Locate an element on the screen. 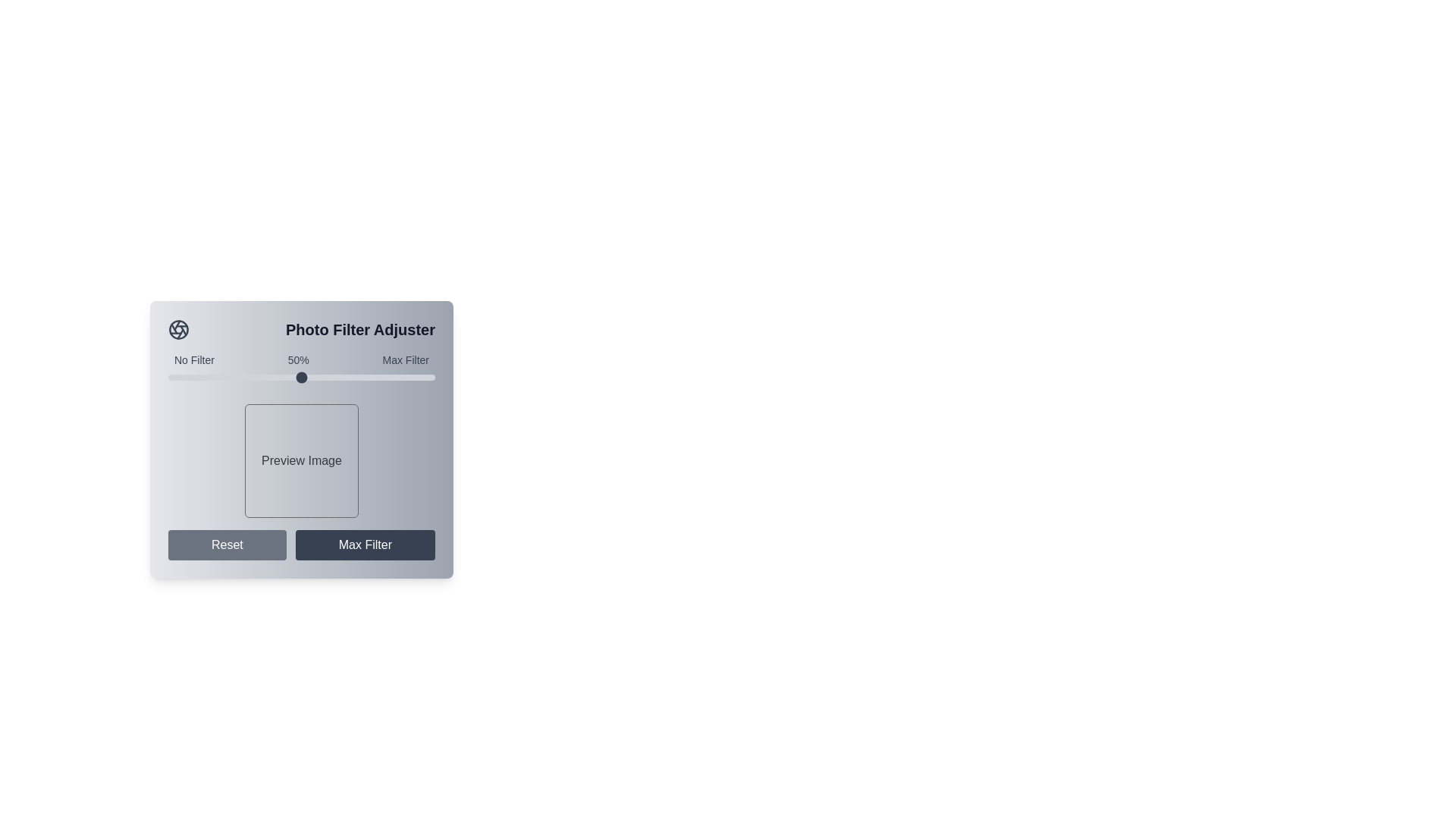  the static text label displaying 'No Filter', '50%', and 'Max Filter', which is located above the slider component in the 'Photo Filter Adjuster' section is located at coordinates (302, 359).